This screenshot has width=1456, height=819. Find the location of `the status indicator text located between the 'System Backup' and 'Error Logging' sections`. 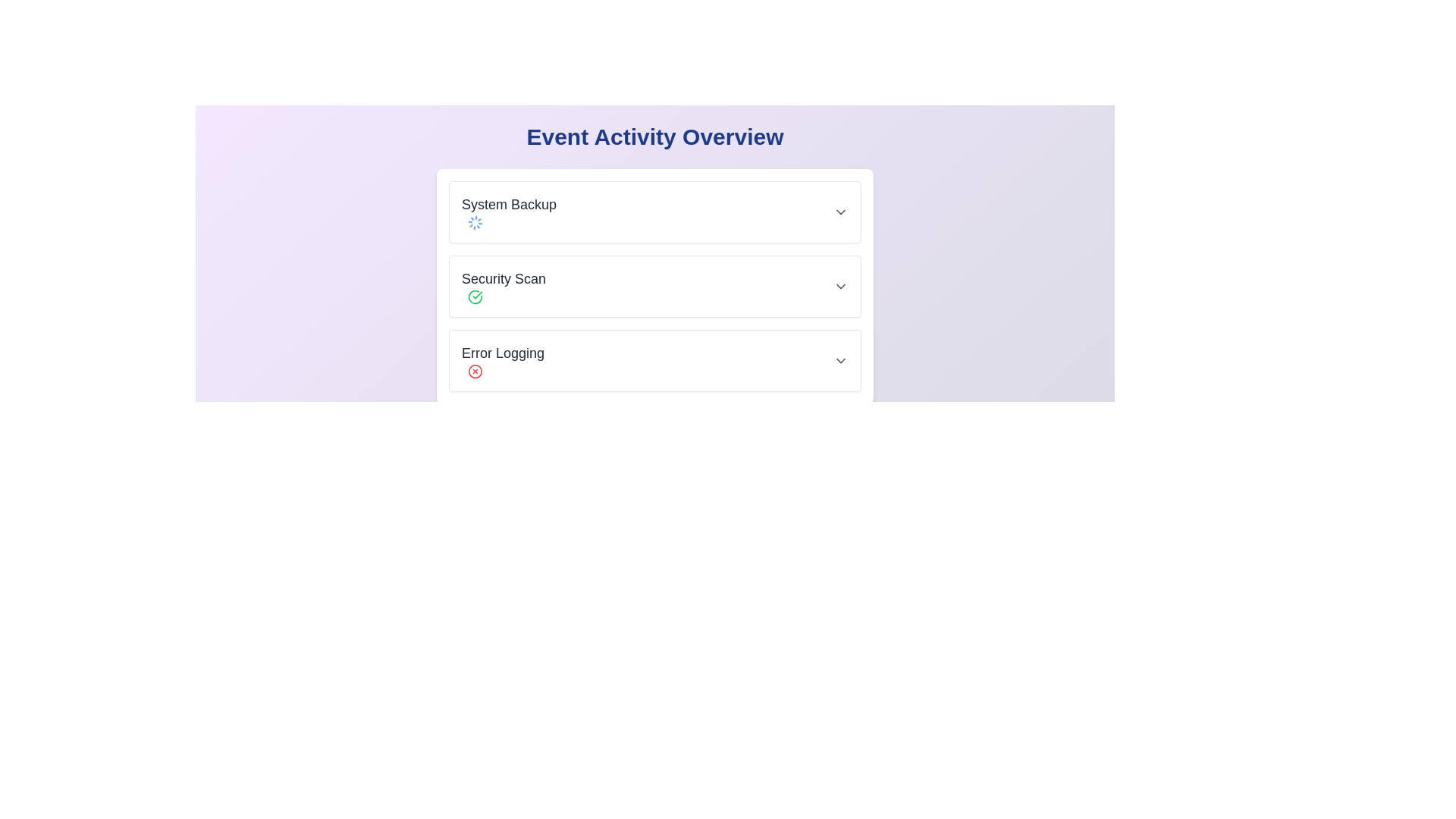

the status indicator text located between the 'System Backup' and 'Error Logging' sections is located at coordinates (504, 287).